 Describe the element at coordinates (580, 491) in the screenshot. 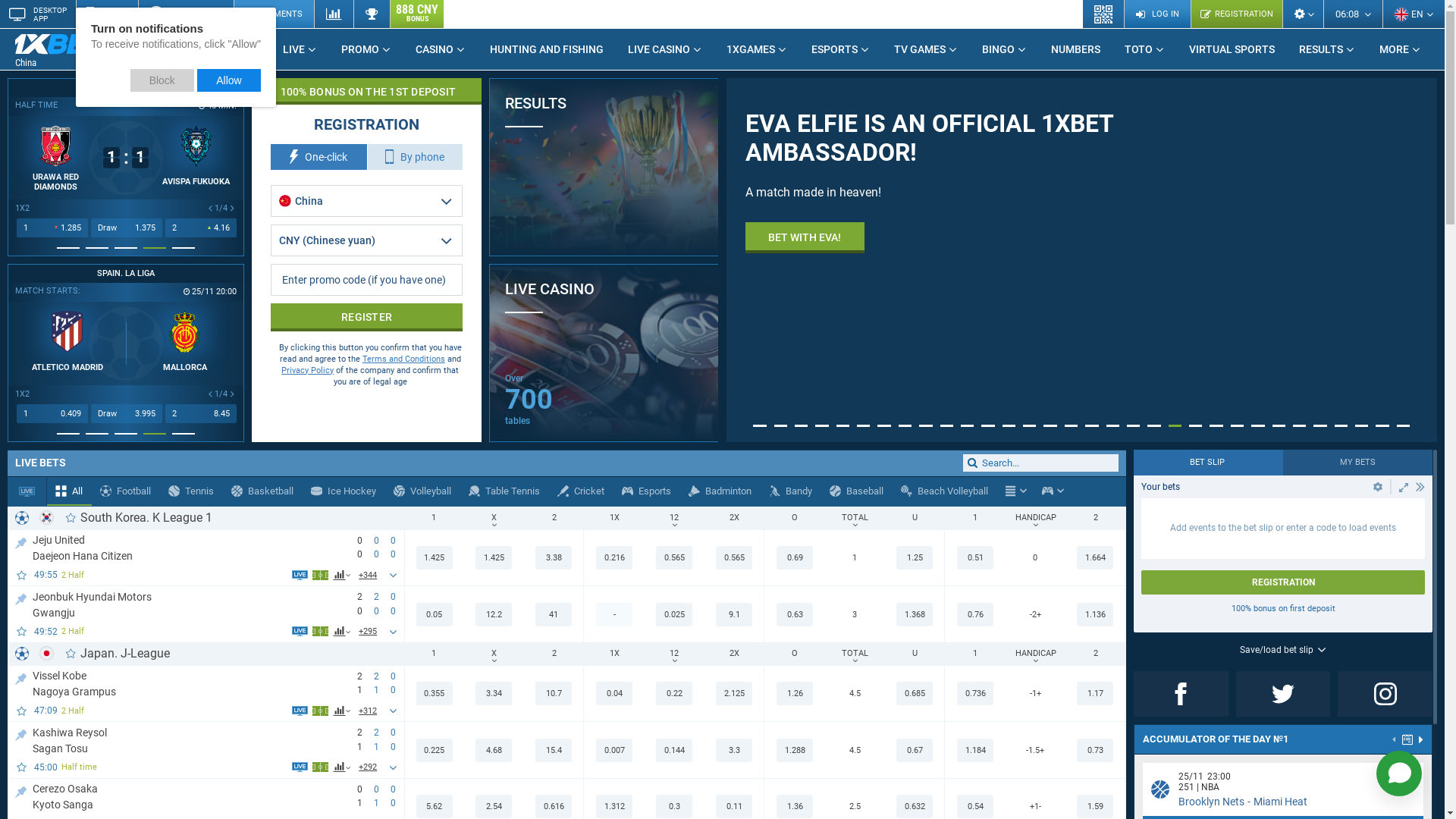

I see `'Cricket'` at that location.